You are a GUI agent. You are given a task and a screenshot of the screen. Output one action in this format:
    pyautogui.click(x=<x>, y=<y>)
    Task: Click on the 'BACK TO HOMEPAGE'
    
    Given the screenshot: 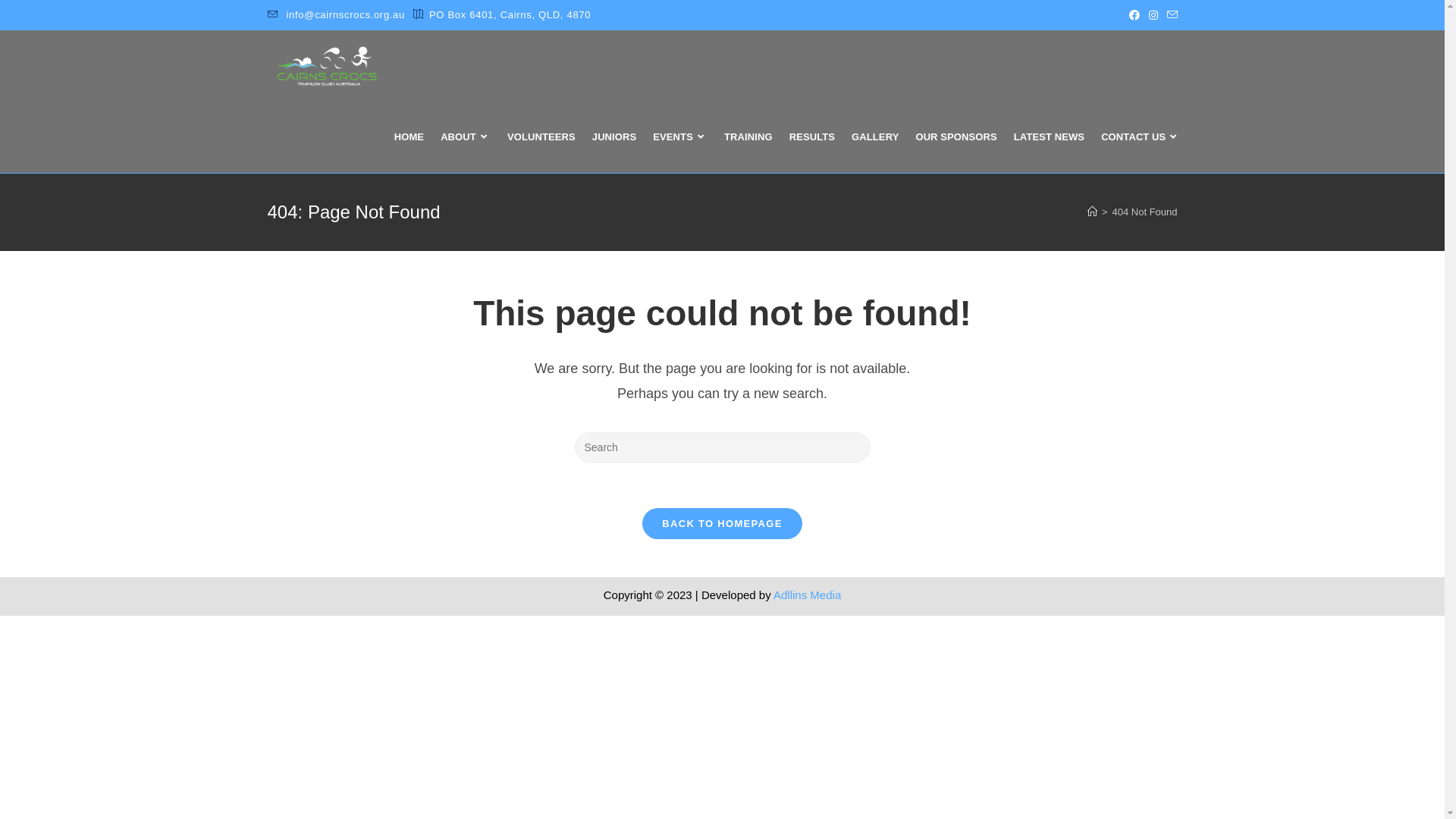 What is the action you would take?
    pyautogui.click(x=720, y=522)
    